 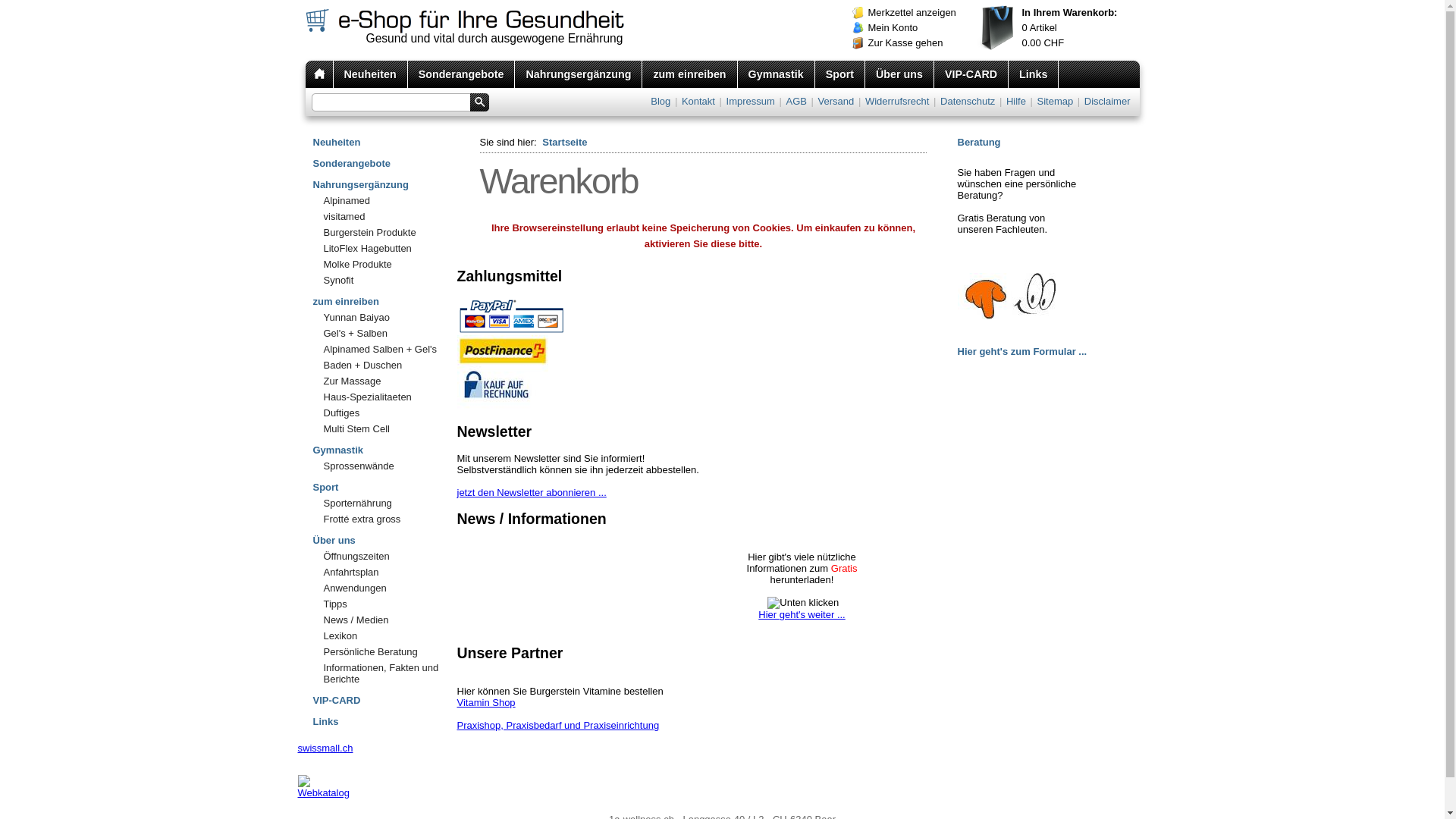 What do you see at coordinates (384, 263) in the screenshot?
I see `'Molke Produkte'` at bounding box center [384, 263].